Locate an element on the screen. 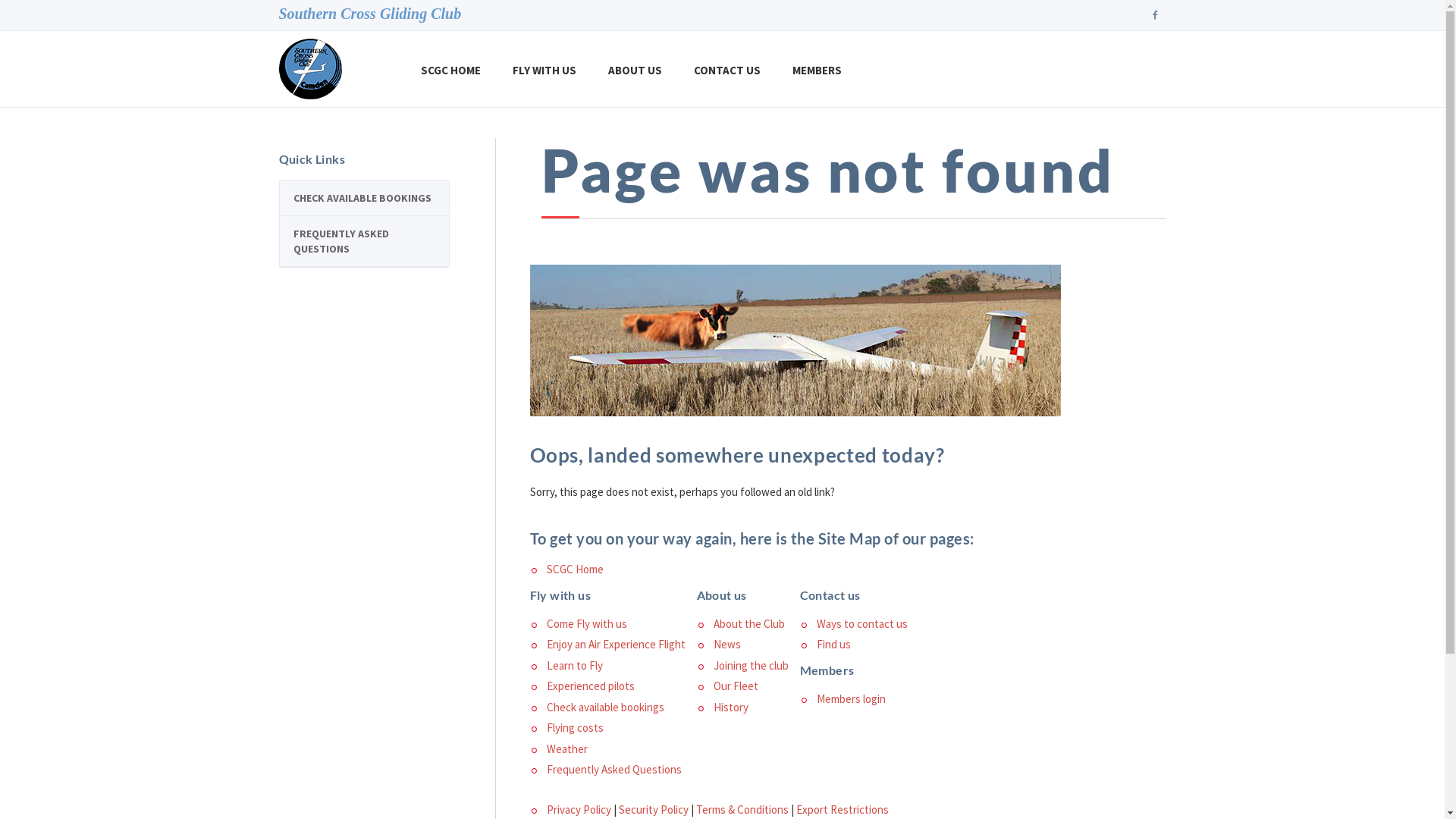  'History' is located at coordinates (730, 707).